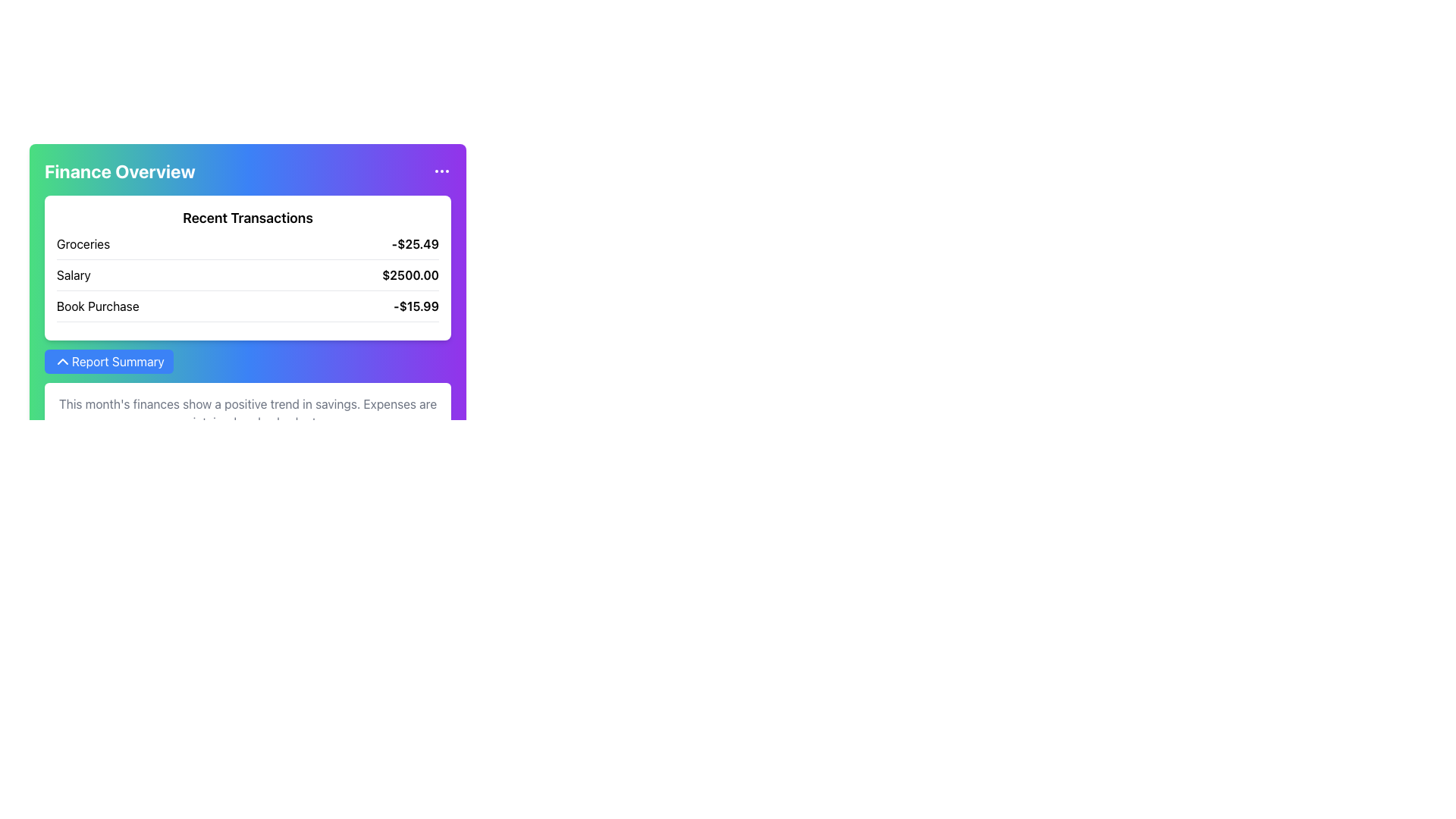 The image size is (1456, 819). Describe the element at coordinates (108, 362) in the screenshot. I see `the button with a blue background and white text that reads 'Report Summary', which is located at the bottom of the 'Finance Overview' card` at that location.